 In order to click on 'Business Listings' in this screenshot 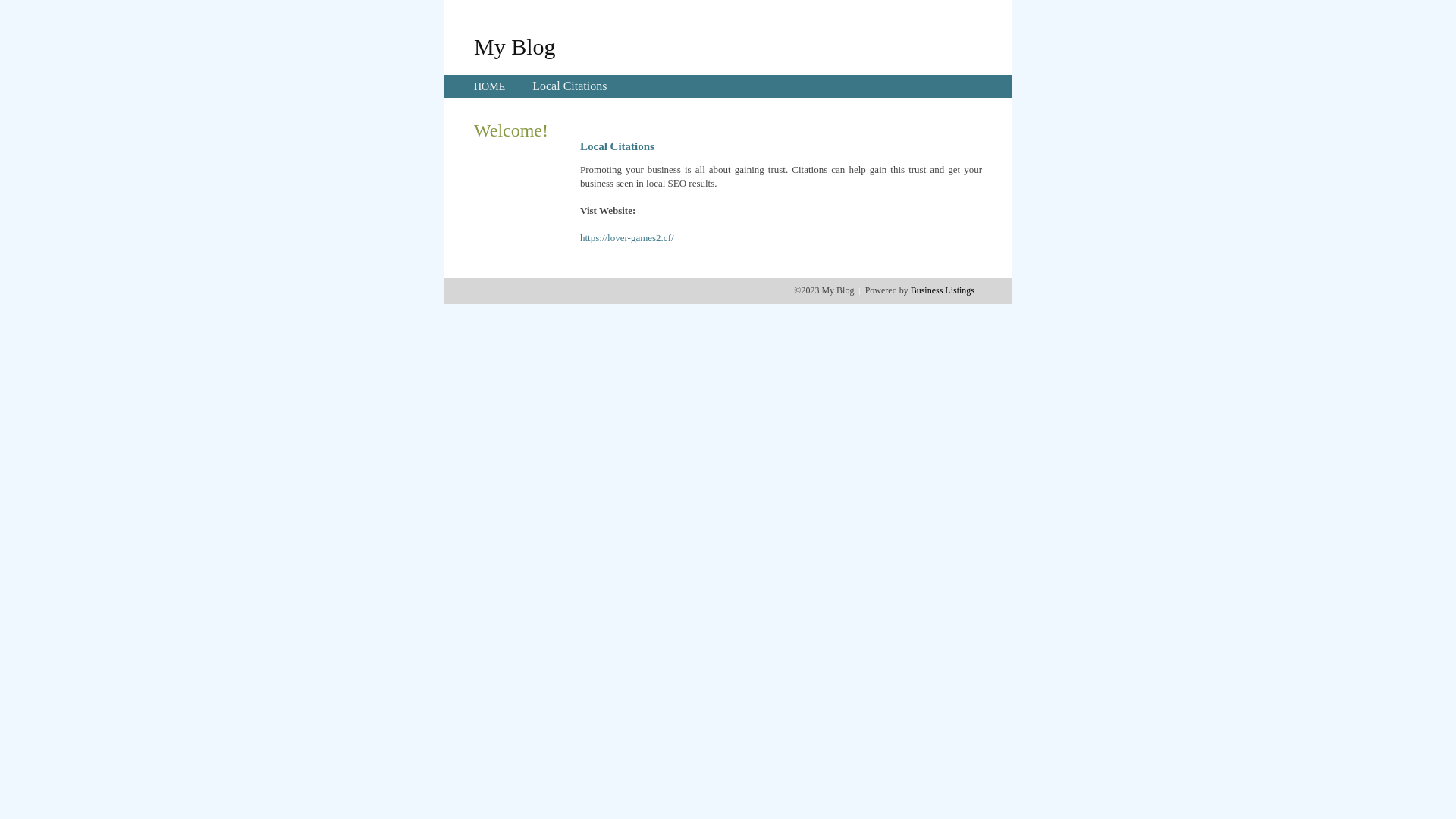, I will do `click(942, 290)`.